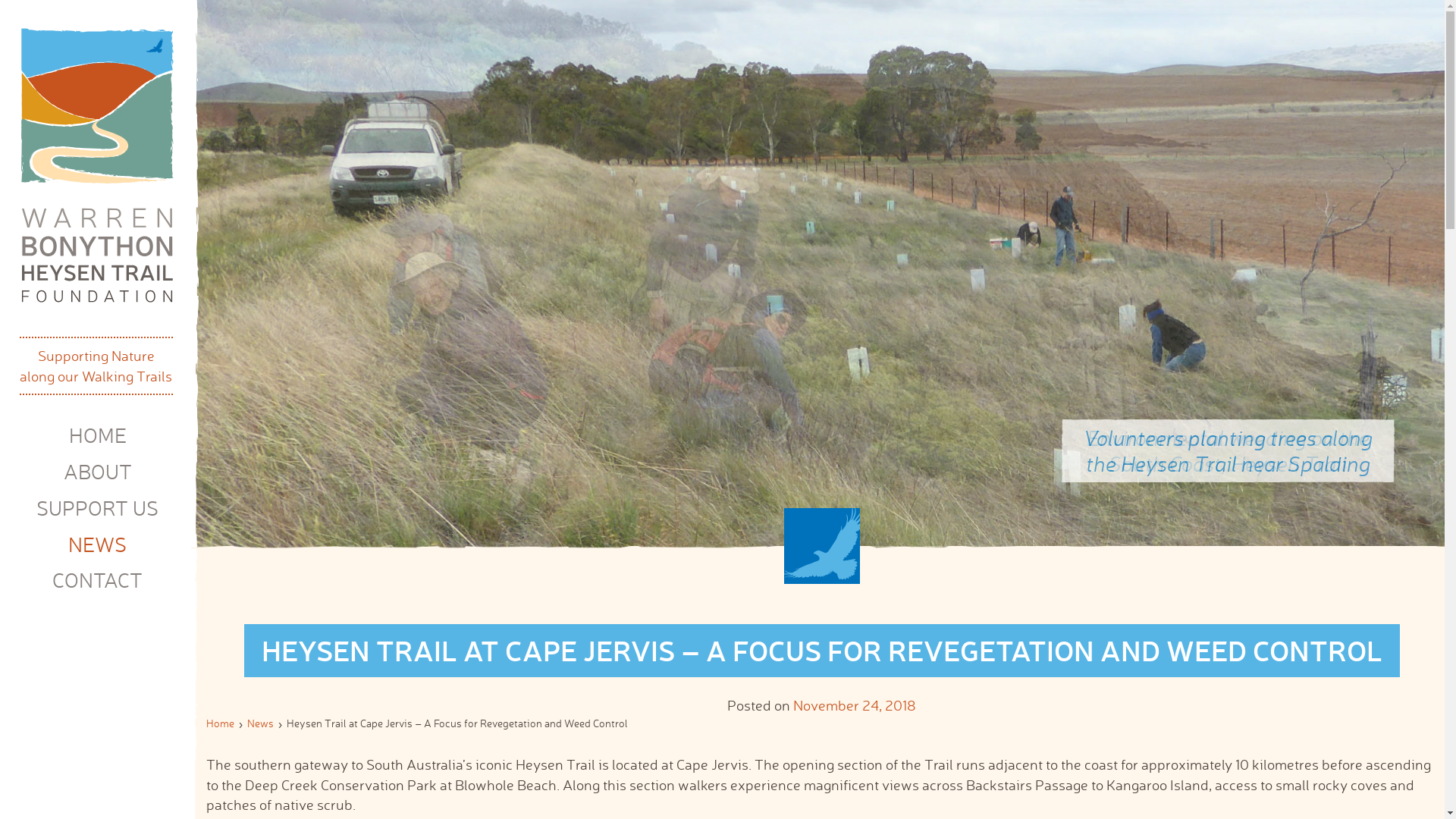 The width and height of the screenshot is (1456, 819). Describe the element at coordinates (96, 435) in the screenshot. I see `'HOME'` at that location.